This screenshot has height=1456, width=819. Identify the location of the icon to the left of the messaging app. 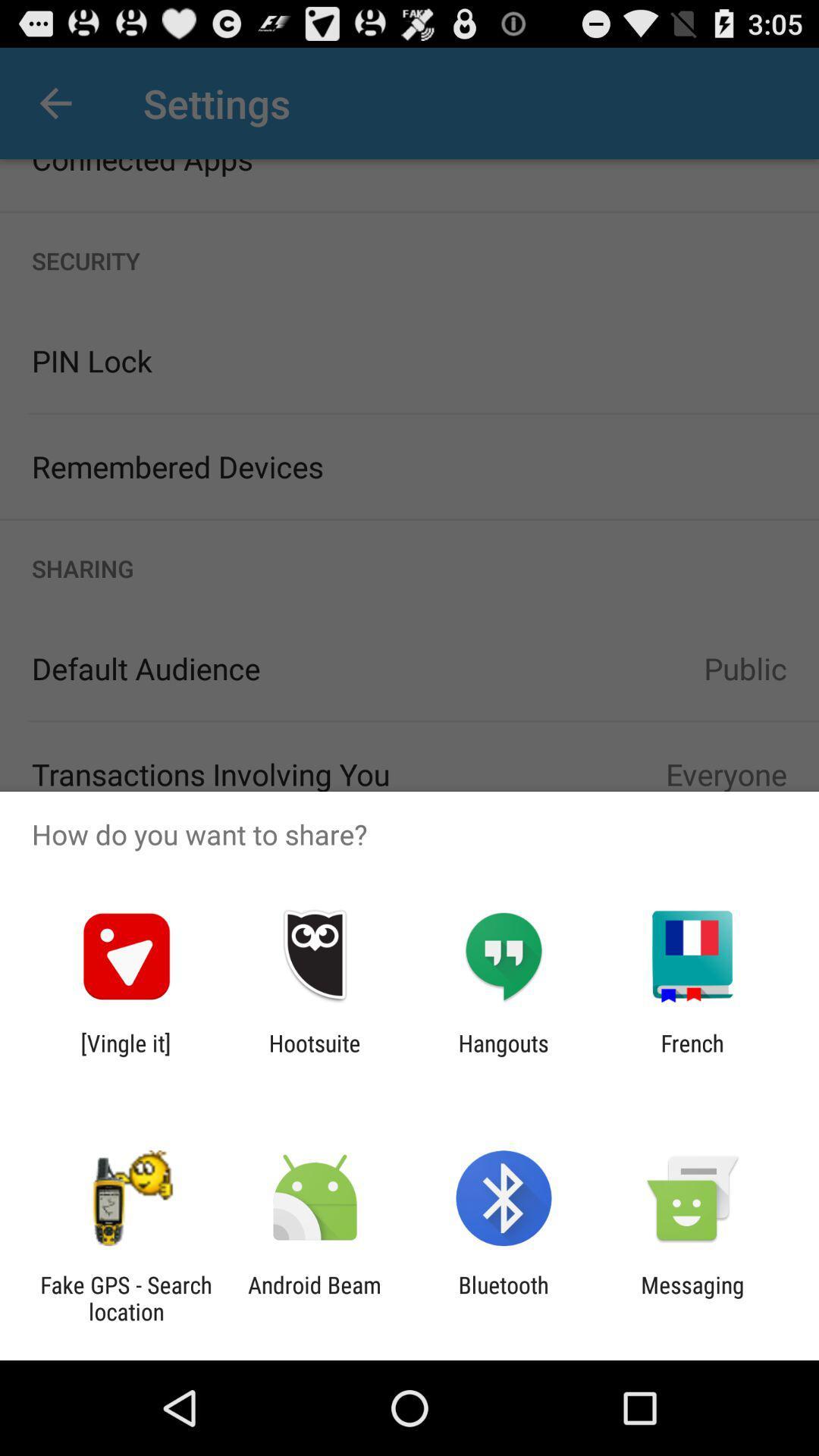
(504, 1298).